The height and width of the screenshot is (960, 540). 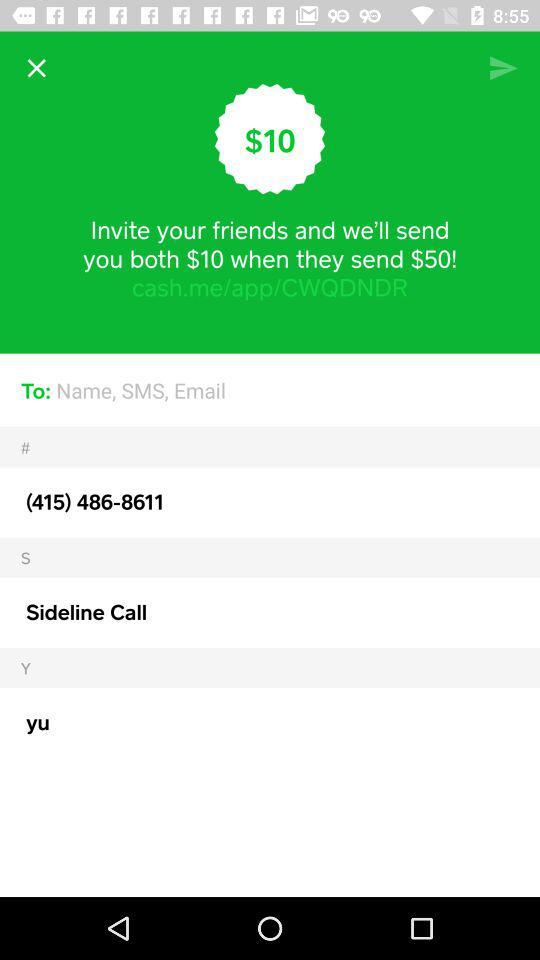 I want to click on the close icon, so click(x=36, y=68).